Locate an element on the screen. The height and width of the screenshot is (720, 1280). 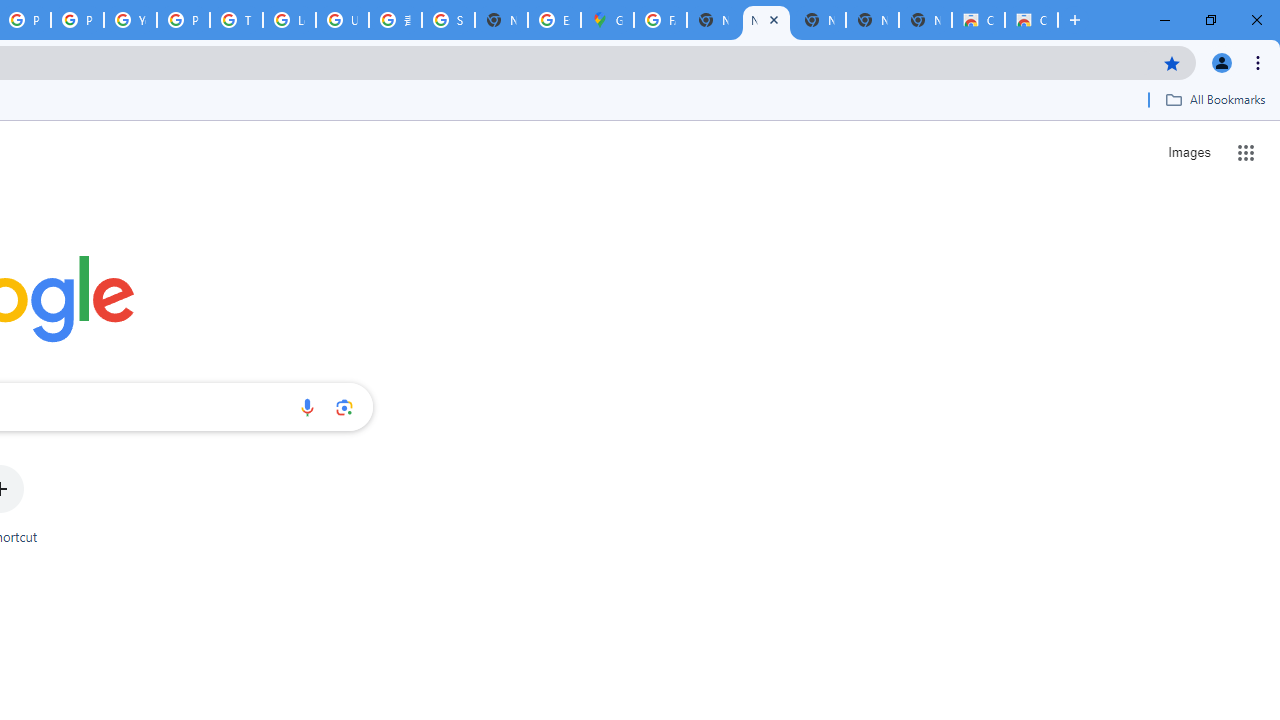
'Classic Blue - Chrome Web Store' is located at coordinates (978, 20).